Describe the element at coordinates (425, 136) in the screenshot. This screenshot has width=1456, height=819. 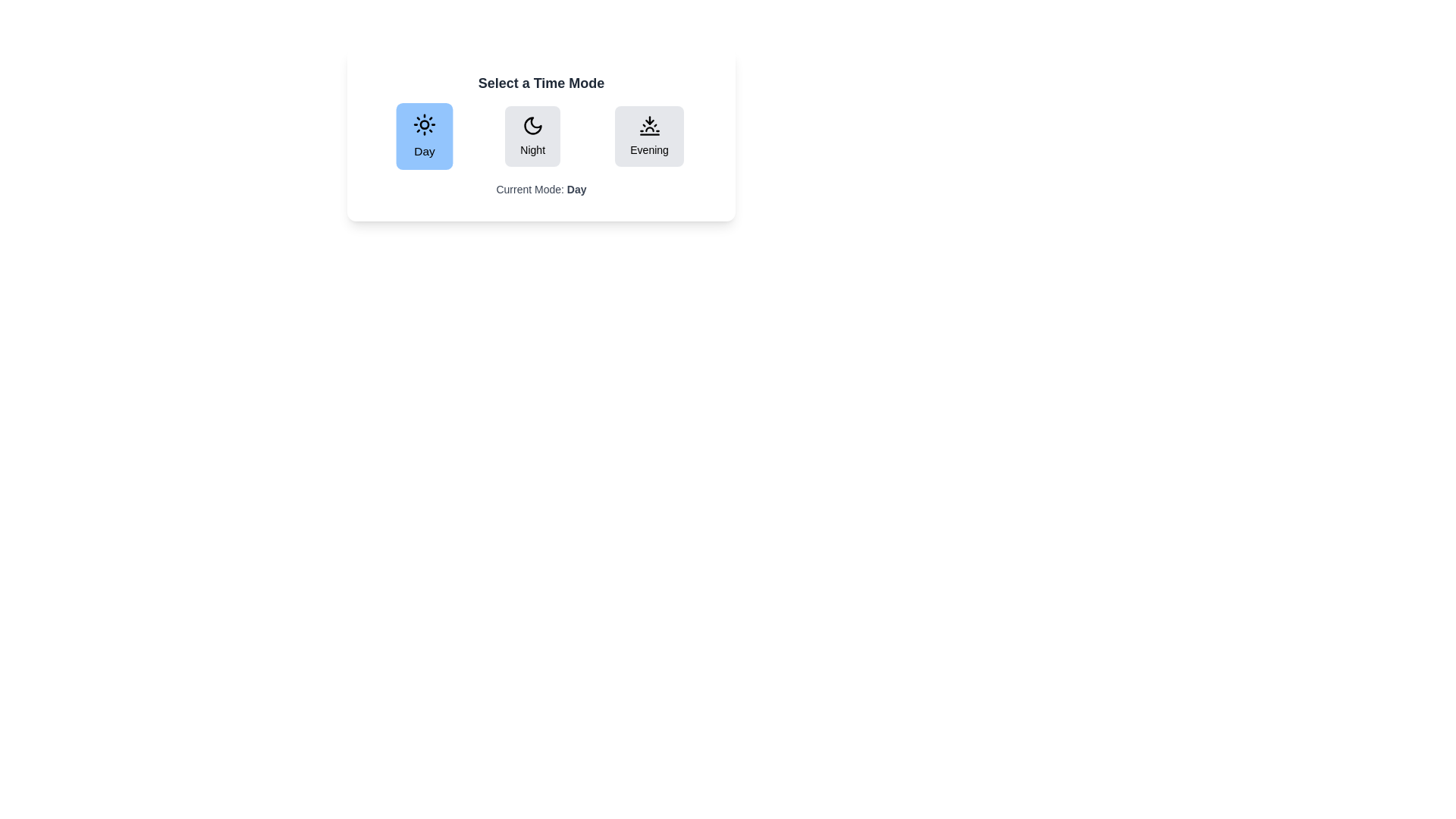
I see `the button labeled Day to observe its hover effect` at that location.